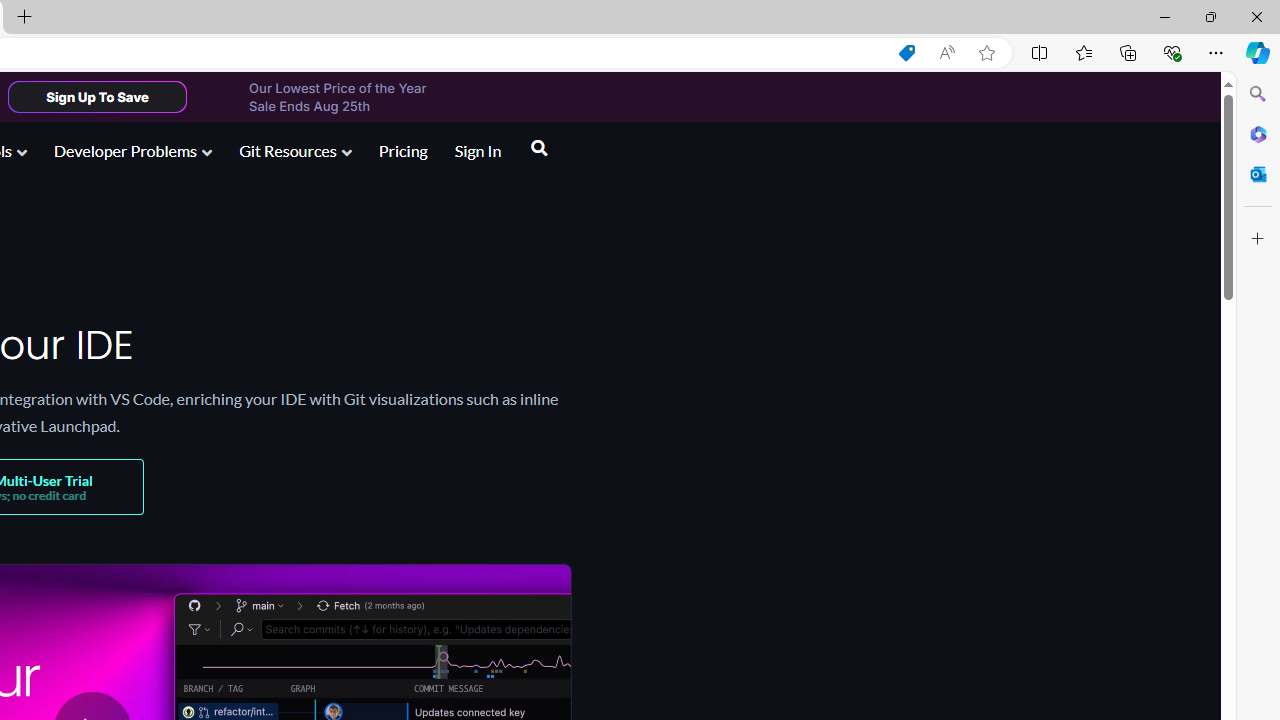  I want to click on 'Pricing', so click(401, 149).